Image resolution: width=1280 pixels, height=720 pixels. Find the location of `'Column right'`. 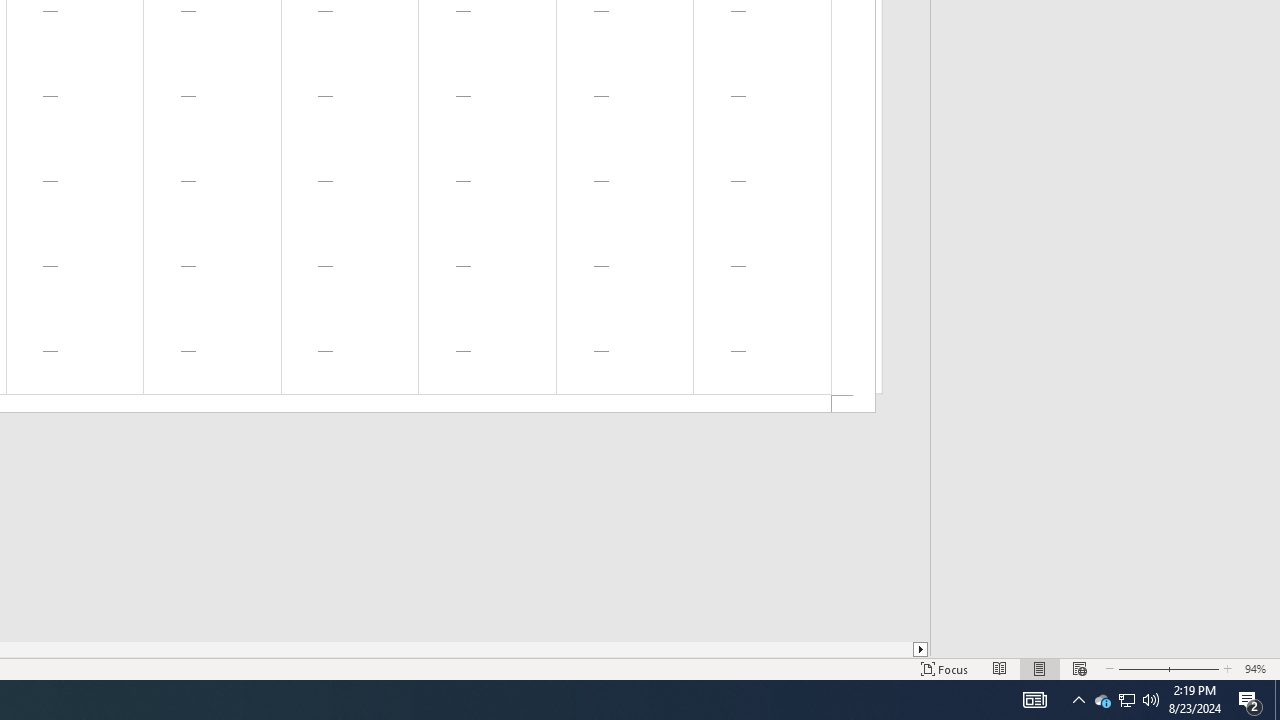

'Column right' is located at coordinates (920, 649).